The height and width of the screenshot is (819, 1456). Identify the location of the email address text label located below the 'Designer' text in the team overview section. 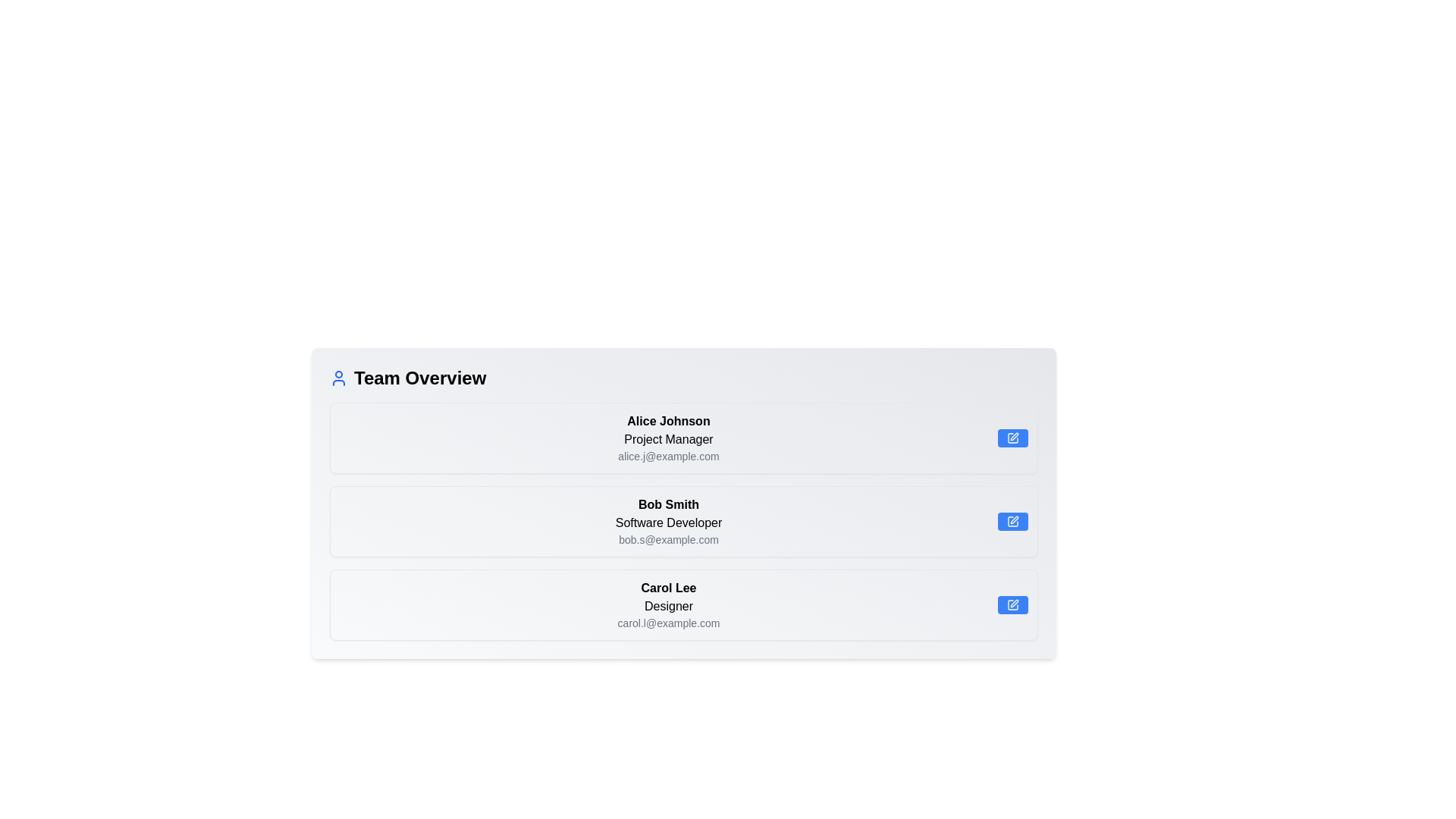
(668, 623).